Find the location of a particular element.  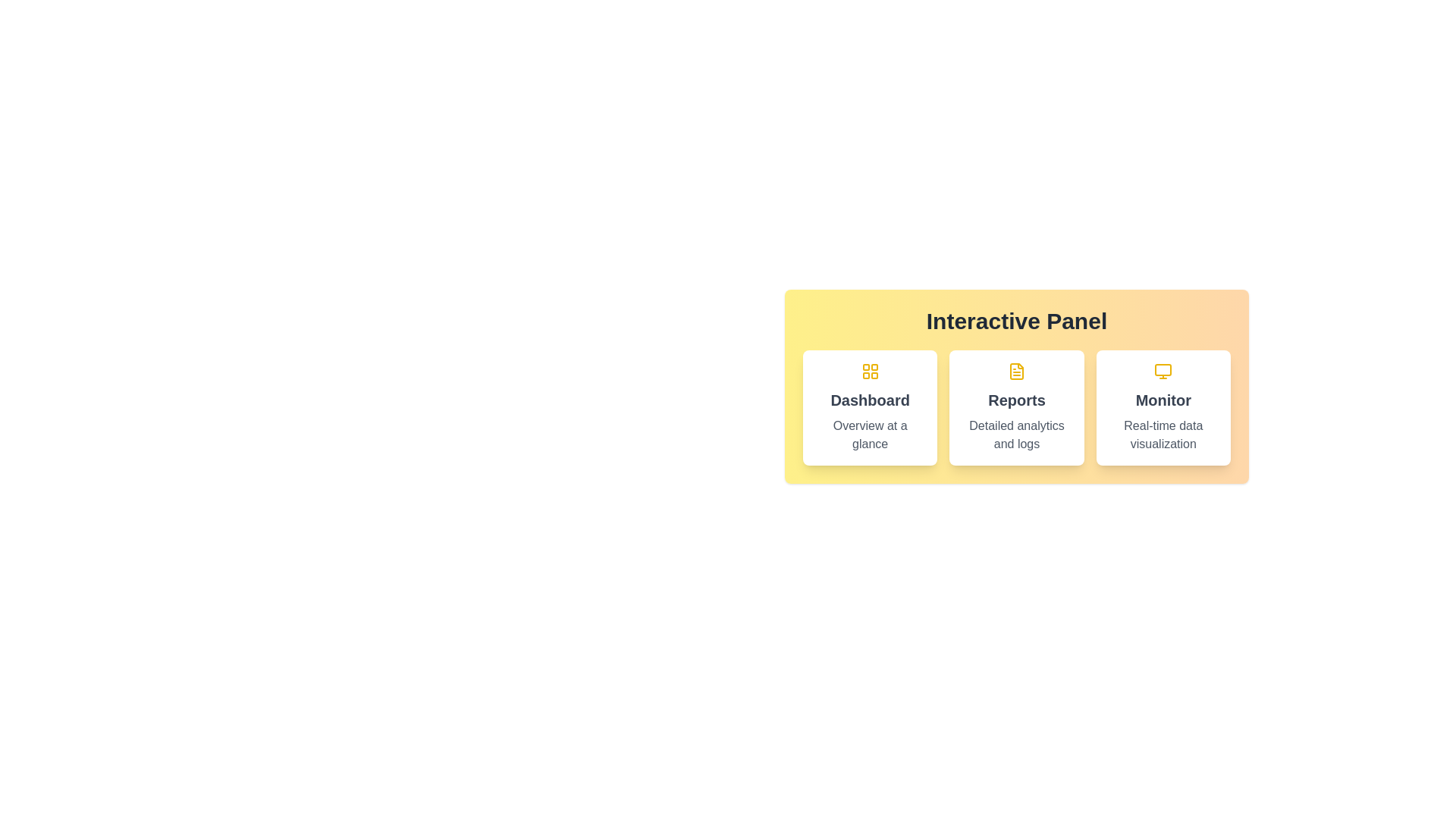

the panel titled Reports is located at coordinates (1016, 406).